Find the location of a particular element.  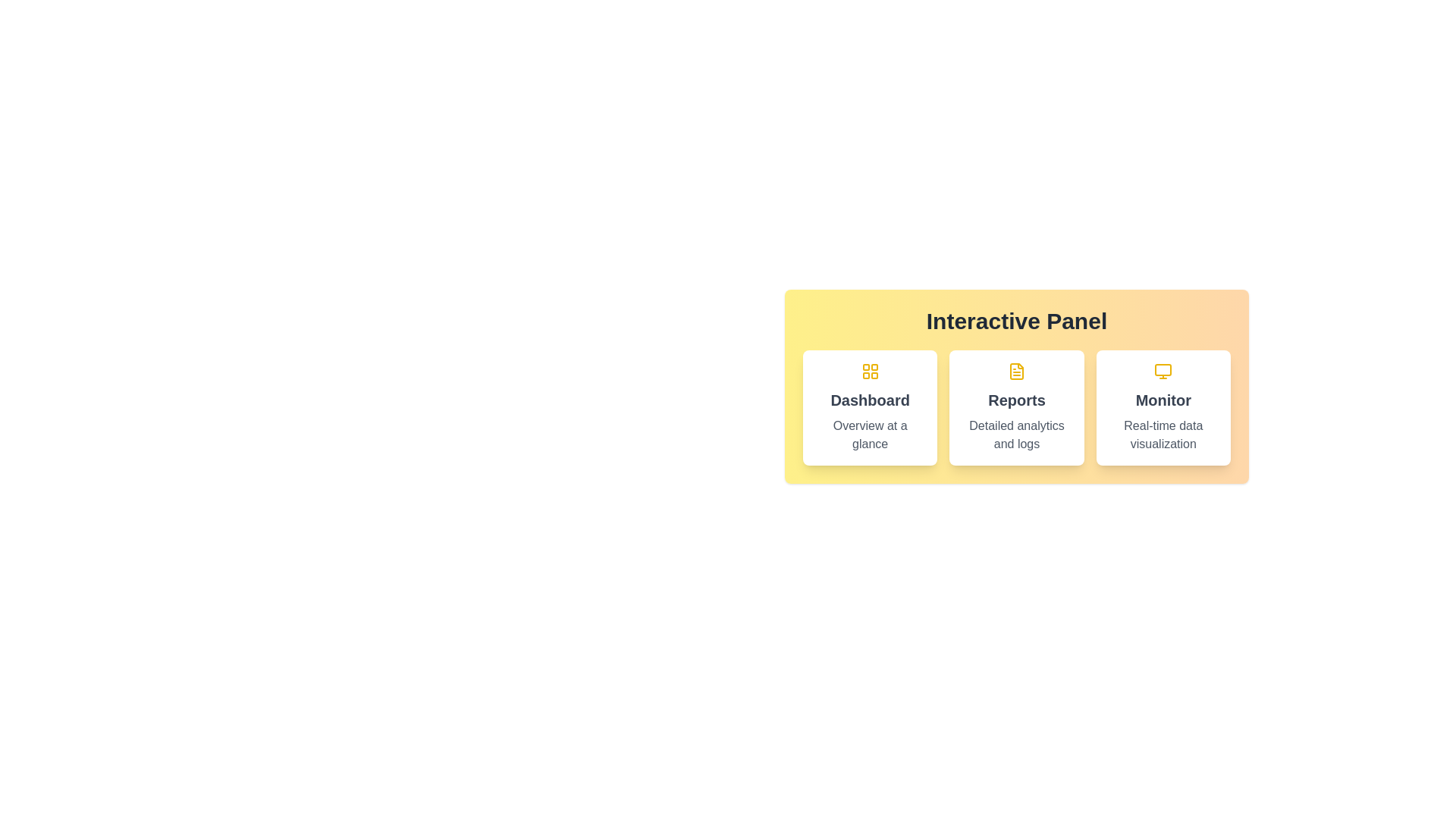

the panel titled Reports is located at coordinates (1016, 406).